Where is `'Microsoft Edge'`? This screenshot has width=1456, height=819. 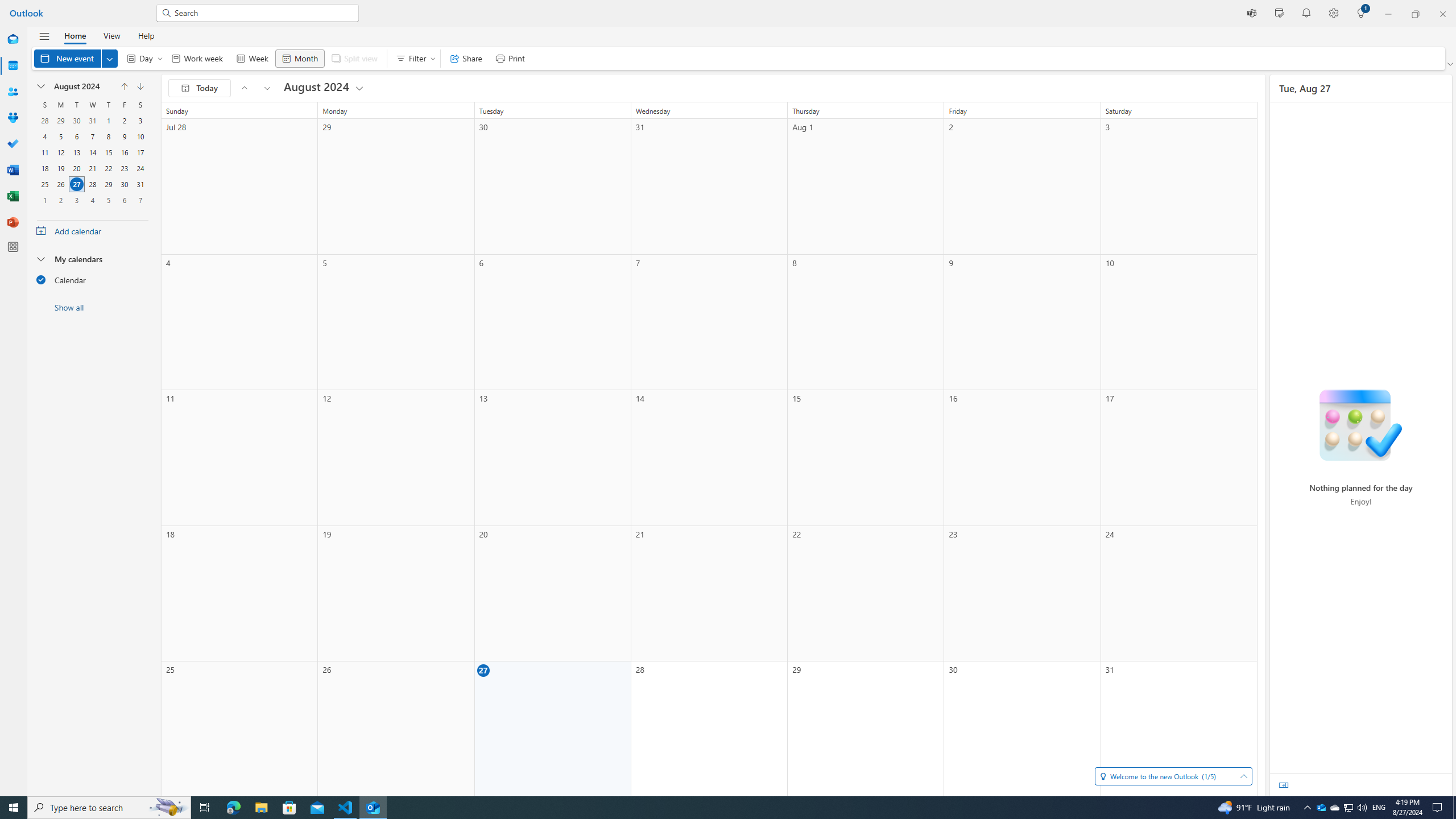
'Microsoft Edge' is located at coordinates (233, 806).